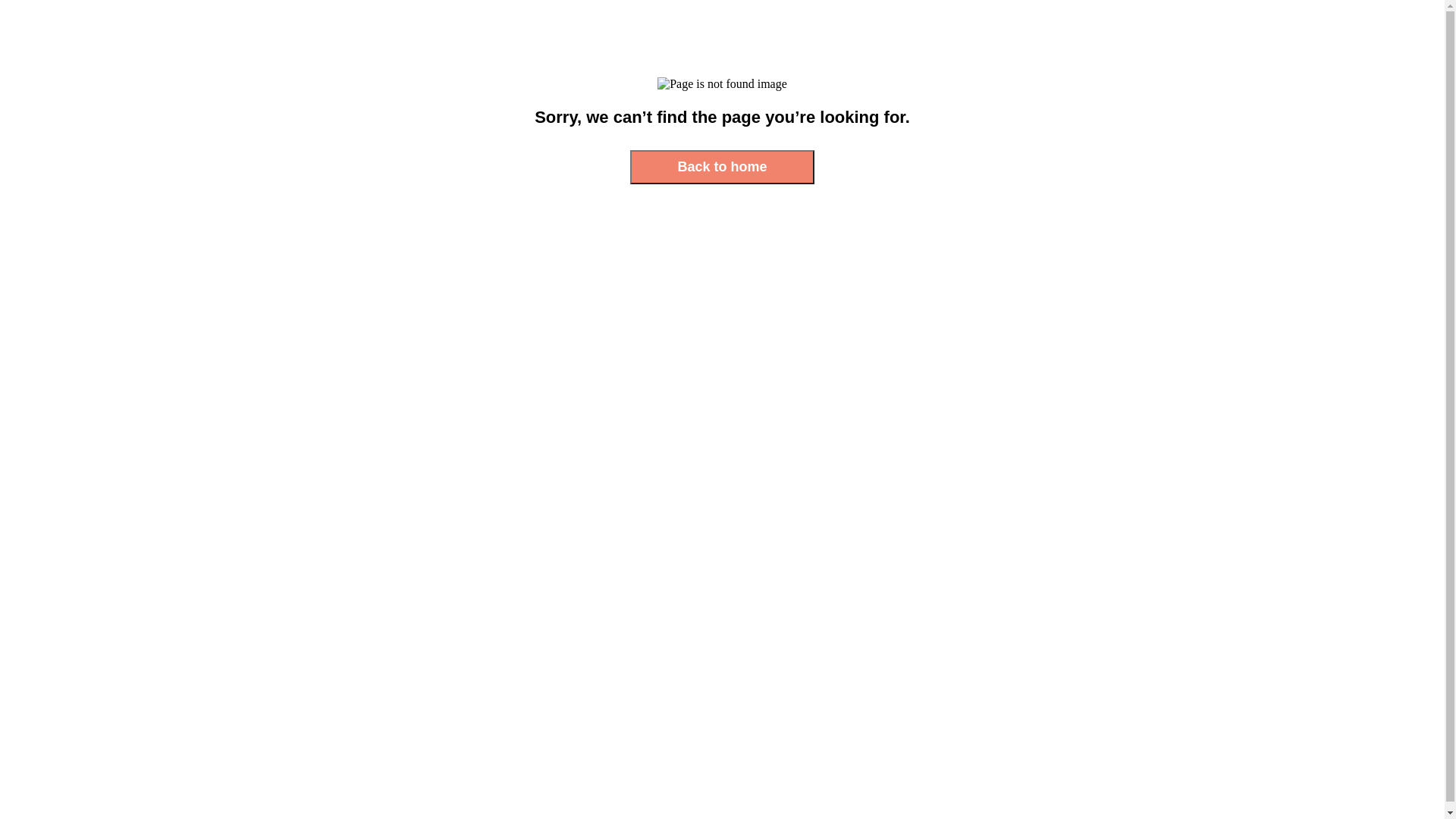  Describe the element at coordinates (629, 167) in the screenshot. I see `'Back to home'` at that location.